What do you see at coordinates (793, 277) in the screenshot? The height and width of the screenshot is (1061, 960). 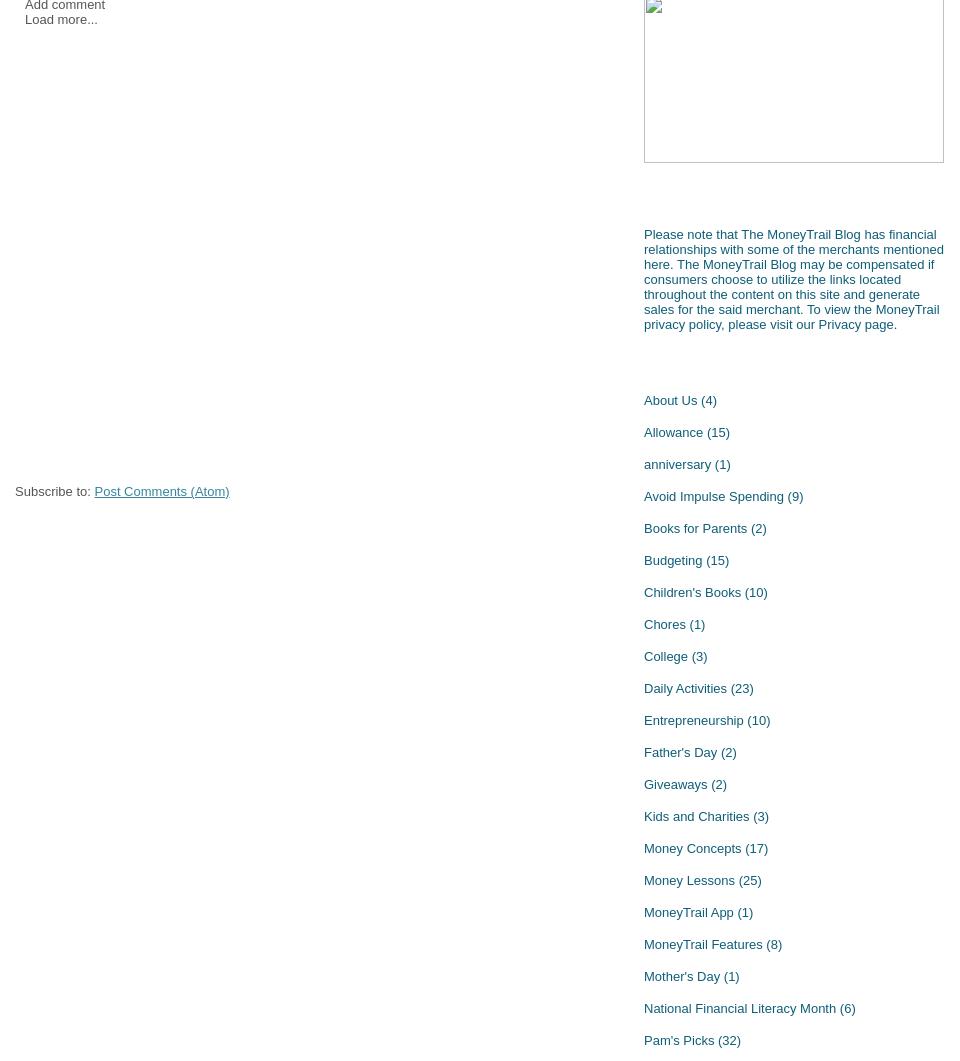 I see `'Please note that The MoneyTrail Blog has financial relationships with some of the merchants mentioned here.  The MoneyTrail Blog may be compensated if consumers choose to utilize the links located throughout the content on this site and generate sales for the said merchant.

To view the MoneyTrail privacy policy, please visit our'` at bounding box center [793, 277].